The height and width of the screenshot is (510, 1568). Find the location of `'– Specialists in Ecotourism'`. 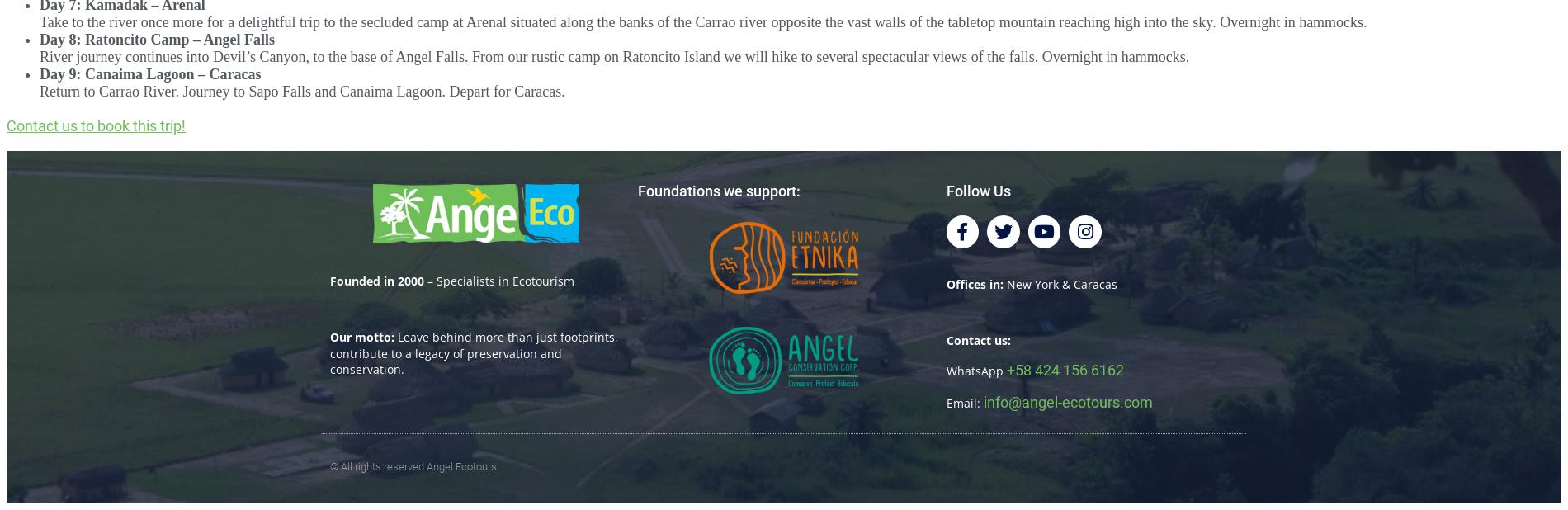

'– Specialists in Ecotourism' is located at coordinates (498, 280).